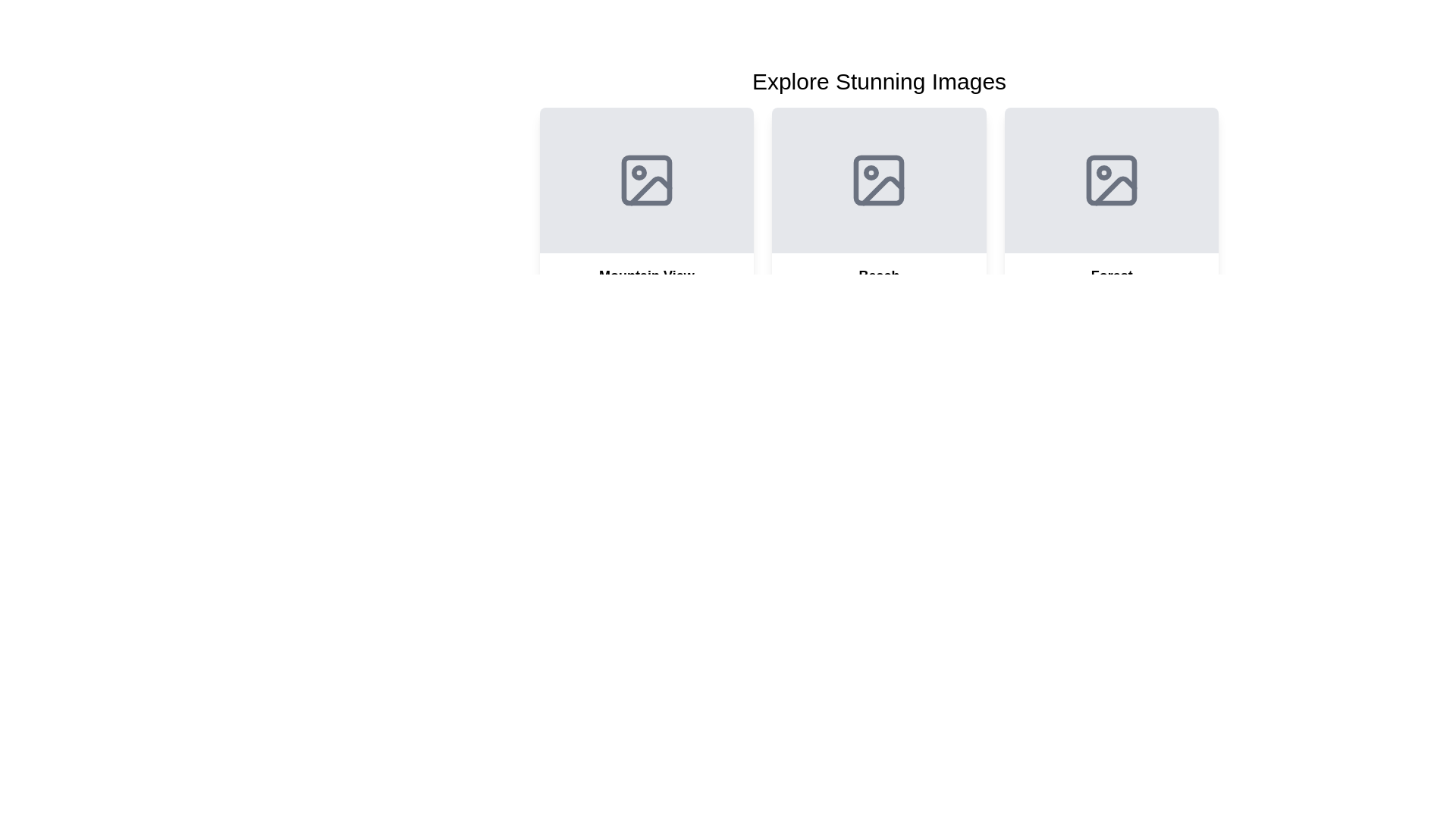  What do you see at coordinates (646, 180) in the screenshot?
I see `the first image placeholder element located above the title 'Mountain View'` at bounding box center [646, 180].